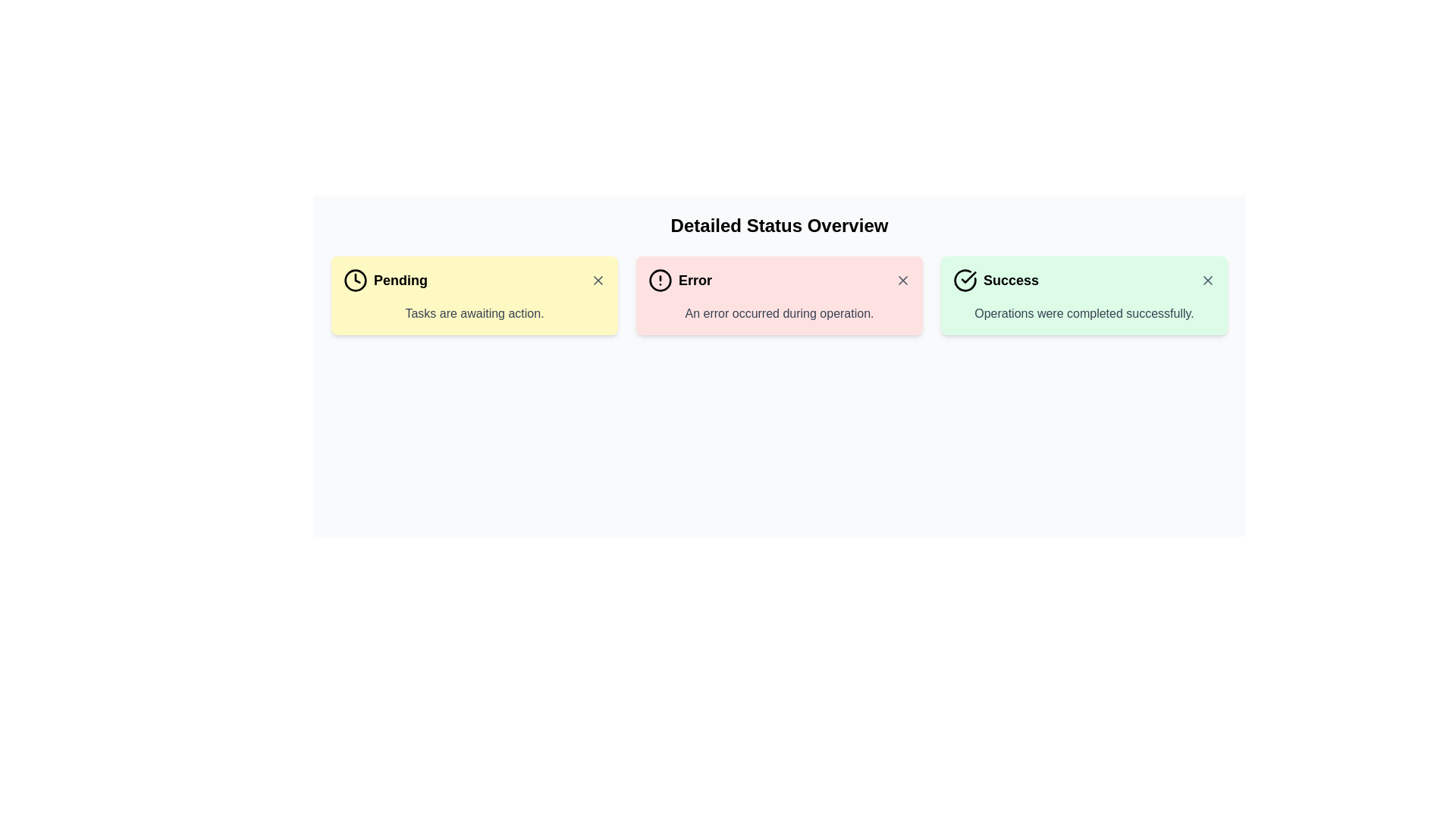  Describe the element at coordinates (473, 281) in the screenshot. I see `the Status Indicator titled 'Pending', which is located at the top of the leftmost card among three colored cards indicating status, with the description 'Tasks are awaiting action.'` at that location.